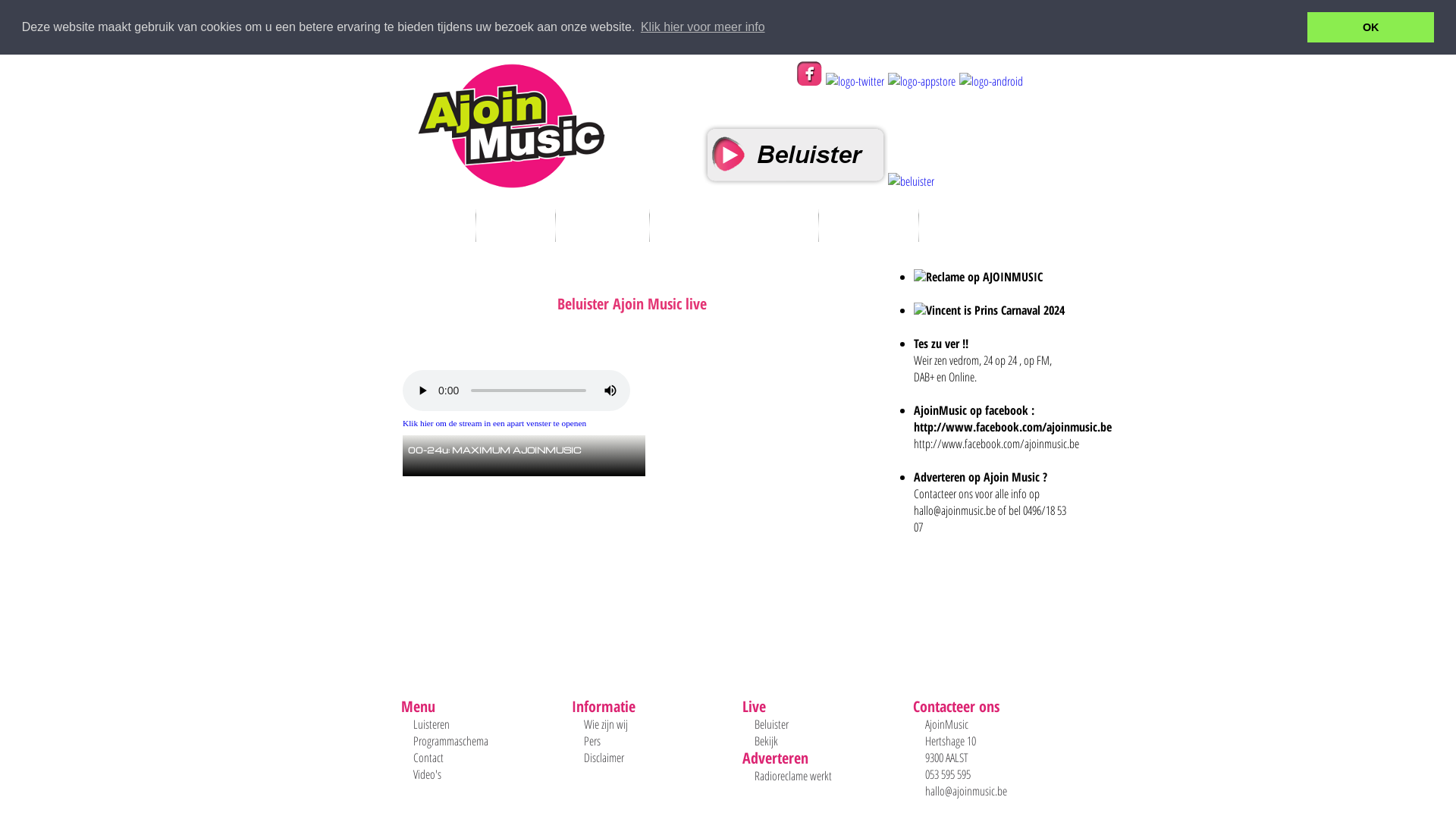 This screenshot has width=1456, height=819. Describe the element at coordinates (431, 723) in the screenshot. I see `'Luisteren'` at that location.